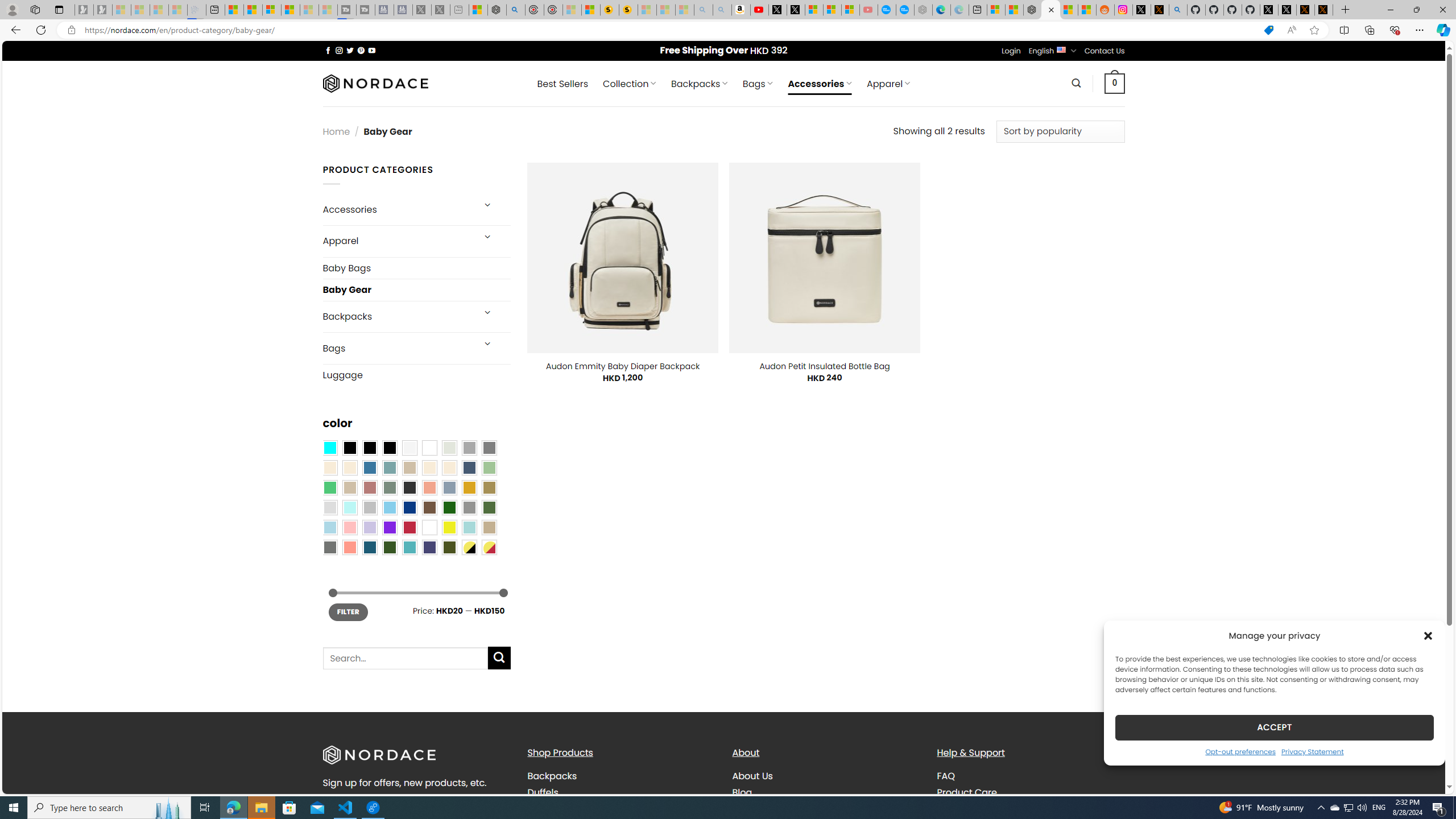  Describe the element at coordinates (515, 9) in the screenshot. I see `'poe - Search'` at that location.